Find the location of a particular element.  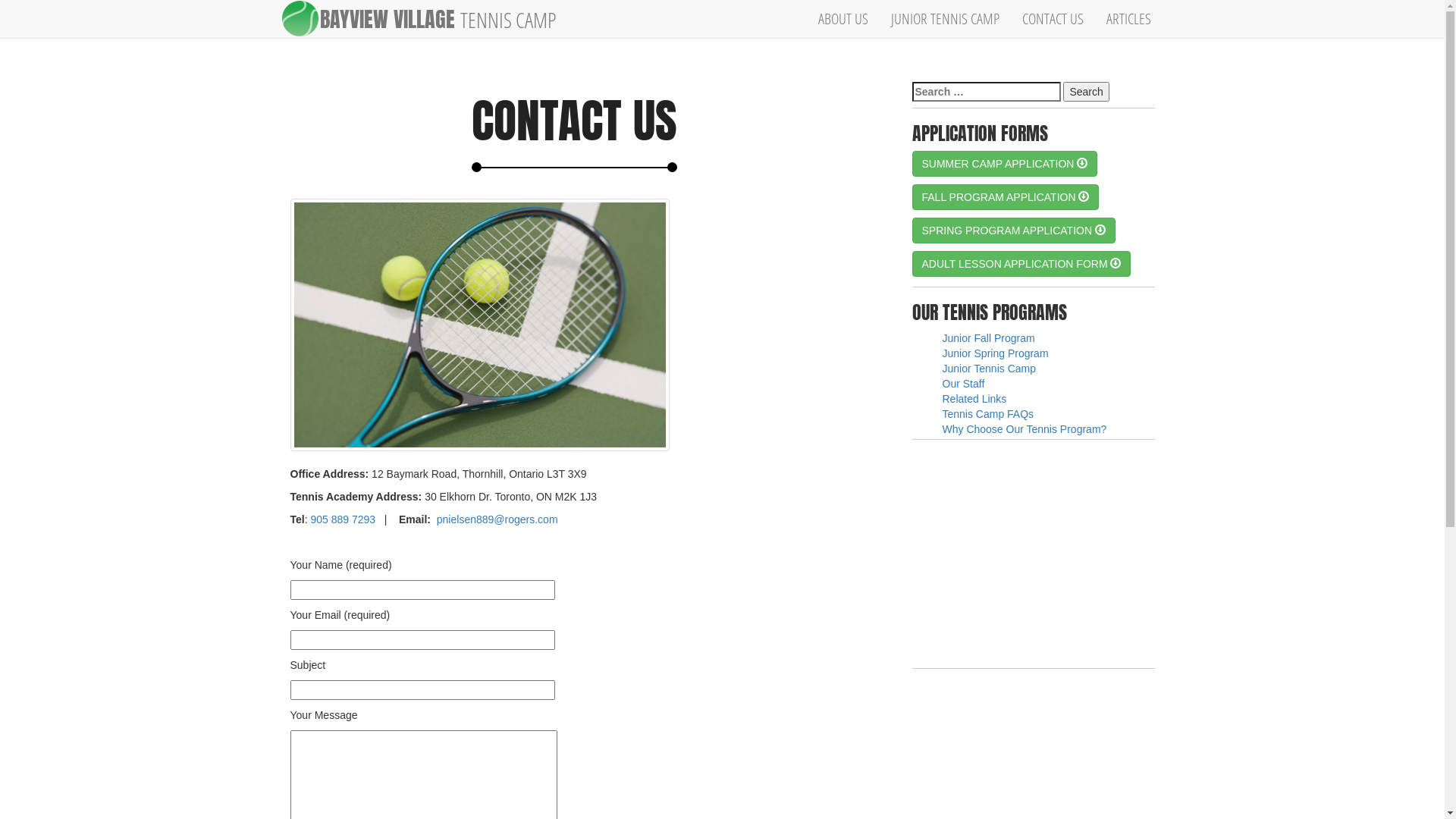

'ABOUT US' is located at coordinates (806, 18).